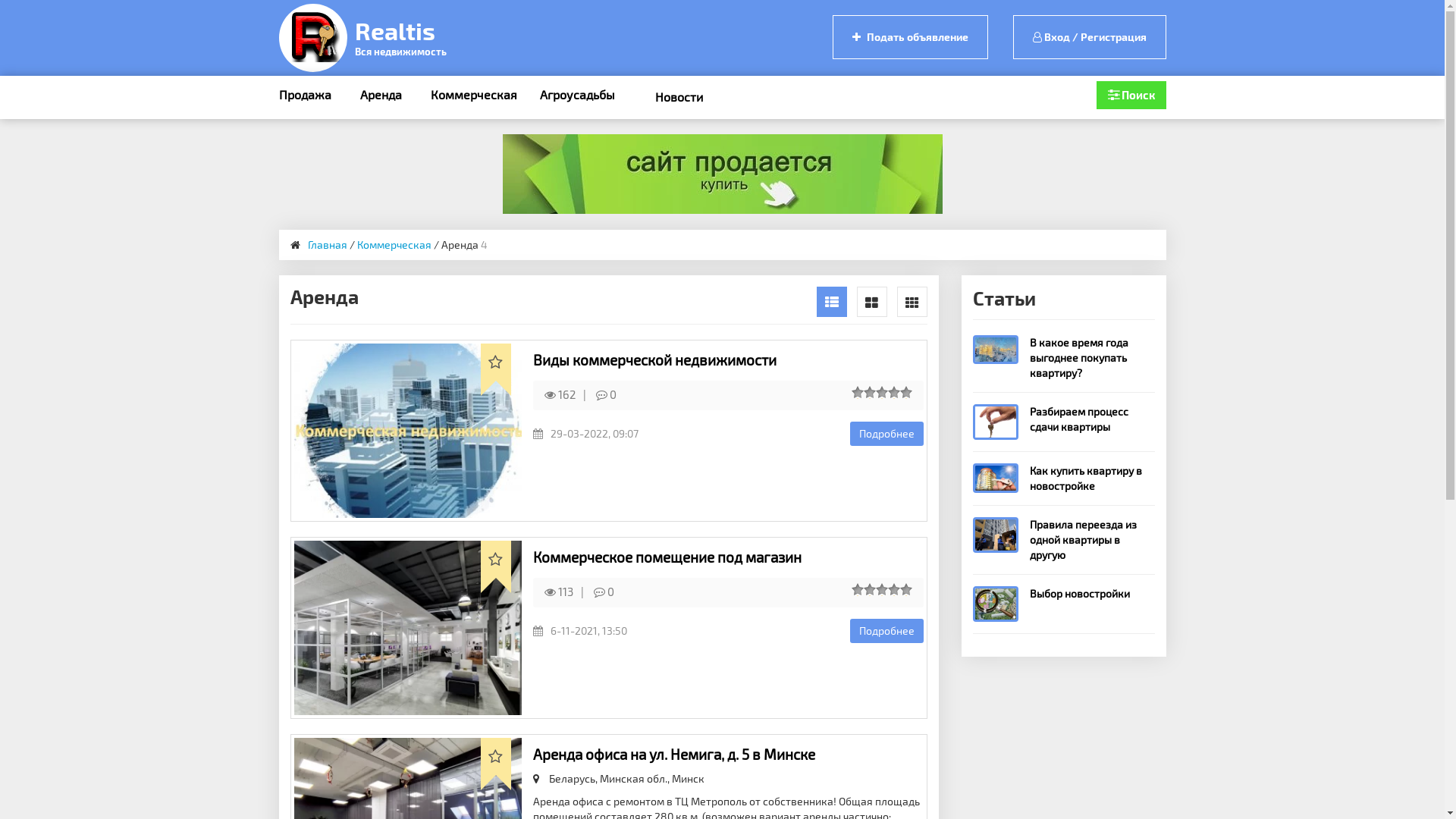 The width and height of the screenshot is (1456, 819). I want to click on '4', so click(896, 588).